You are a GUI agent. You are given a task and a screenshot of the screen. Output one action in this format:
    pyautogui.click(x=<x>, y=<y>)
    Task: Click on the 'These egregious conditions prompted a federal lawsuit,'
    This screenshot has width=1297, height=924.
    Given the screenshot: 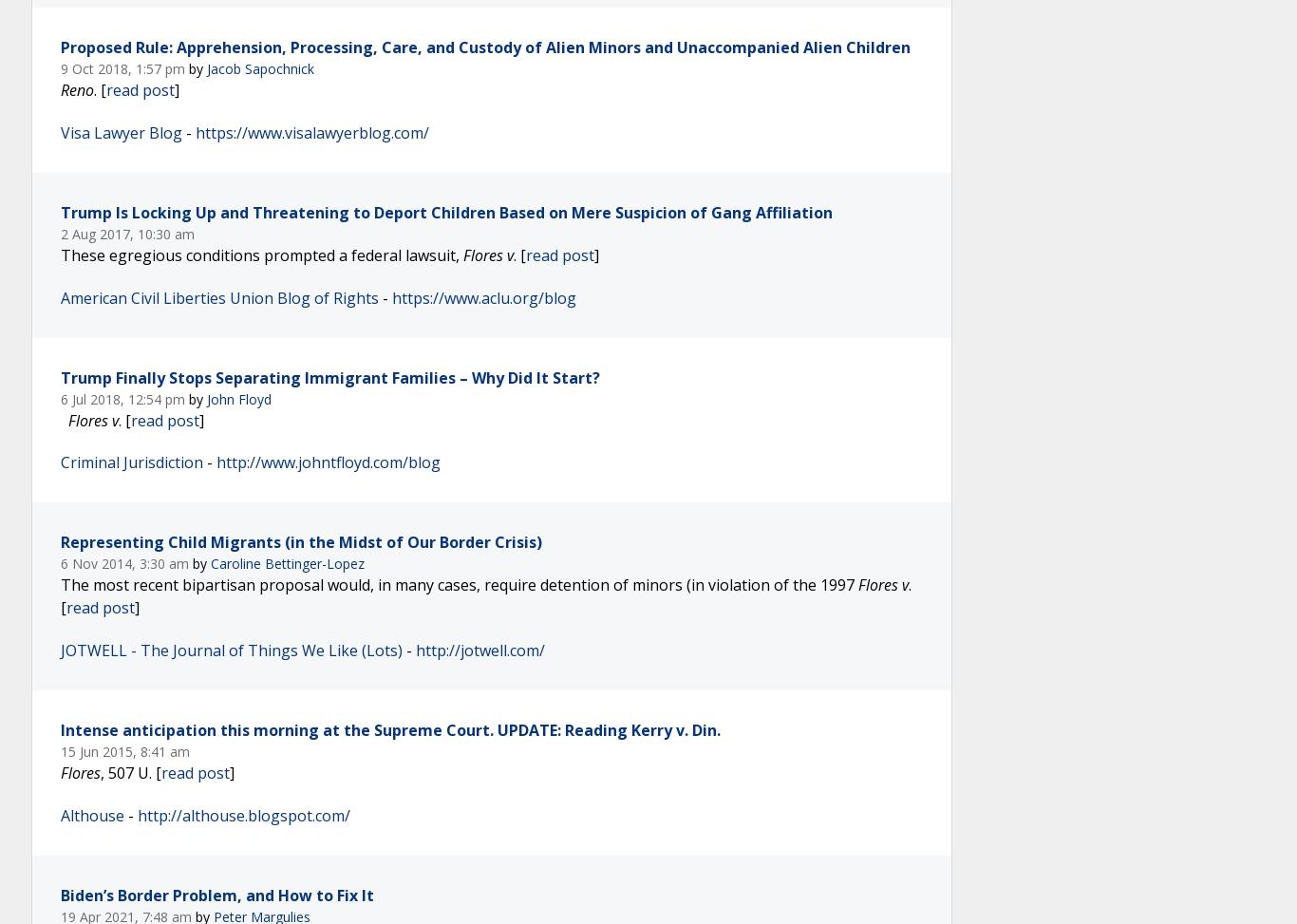 What is the action you would take?
    pyautogui.click(x=261, y=253)
    